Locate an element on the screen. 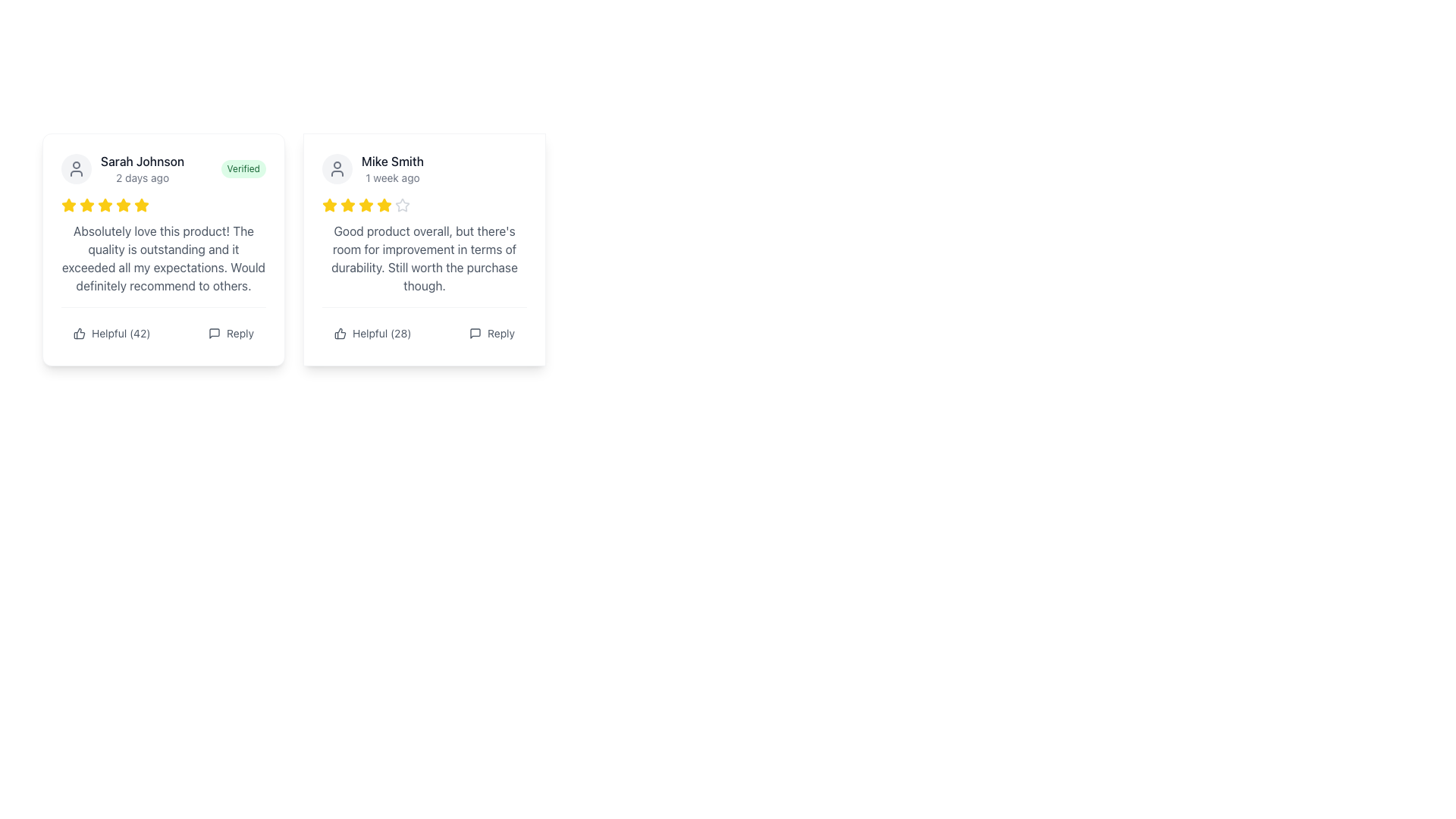  text element displaying 'Mike Smith' located in the top-right user review card, positioned above the timestamp '1 week ago' is located at coordinates (393, 161).